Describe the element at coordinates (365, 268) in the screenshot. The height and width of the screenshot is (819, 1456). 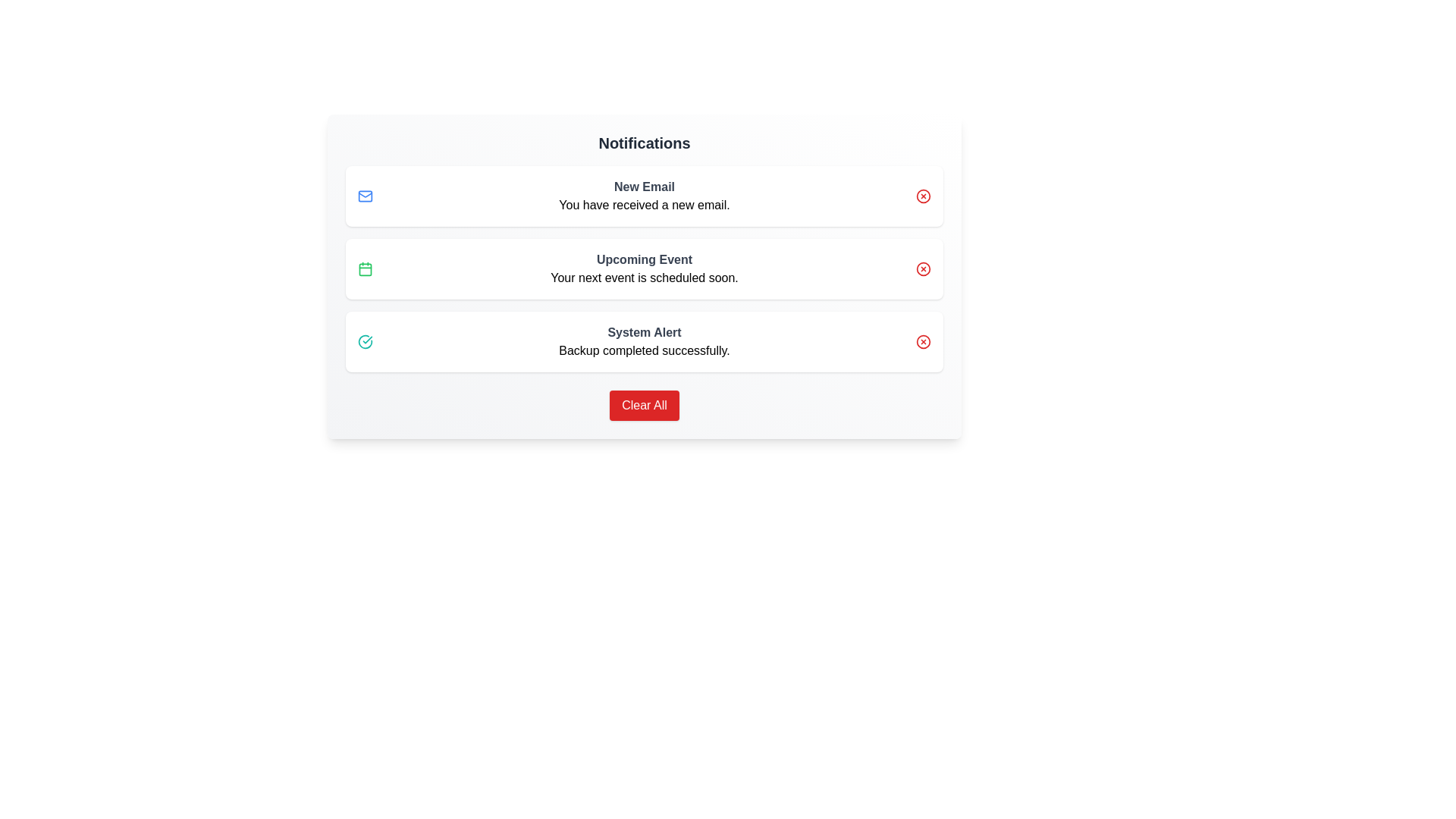
I see `the notification category icon located to the left of the 'Upcoming Event' text, which serves as a visual indicator for the notification type` at that location.